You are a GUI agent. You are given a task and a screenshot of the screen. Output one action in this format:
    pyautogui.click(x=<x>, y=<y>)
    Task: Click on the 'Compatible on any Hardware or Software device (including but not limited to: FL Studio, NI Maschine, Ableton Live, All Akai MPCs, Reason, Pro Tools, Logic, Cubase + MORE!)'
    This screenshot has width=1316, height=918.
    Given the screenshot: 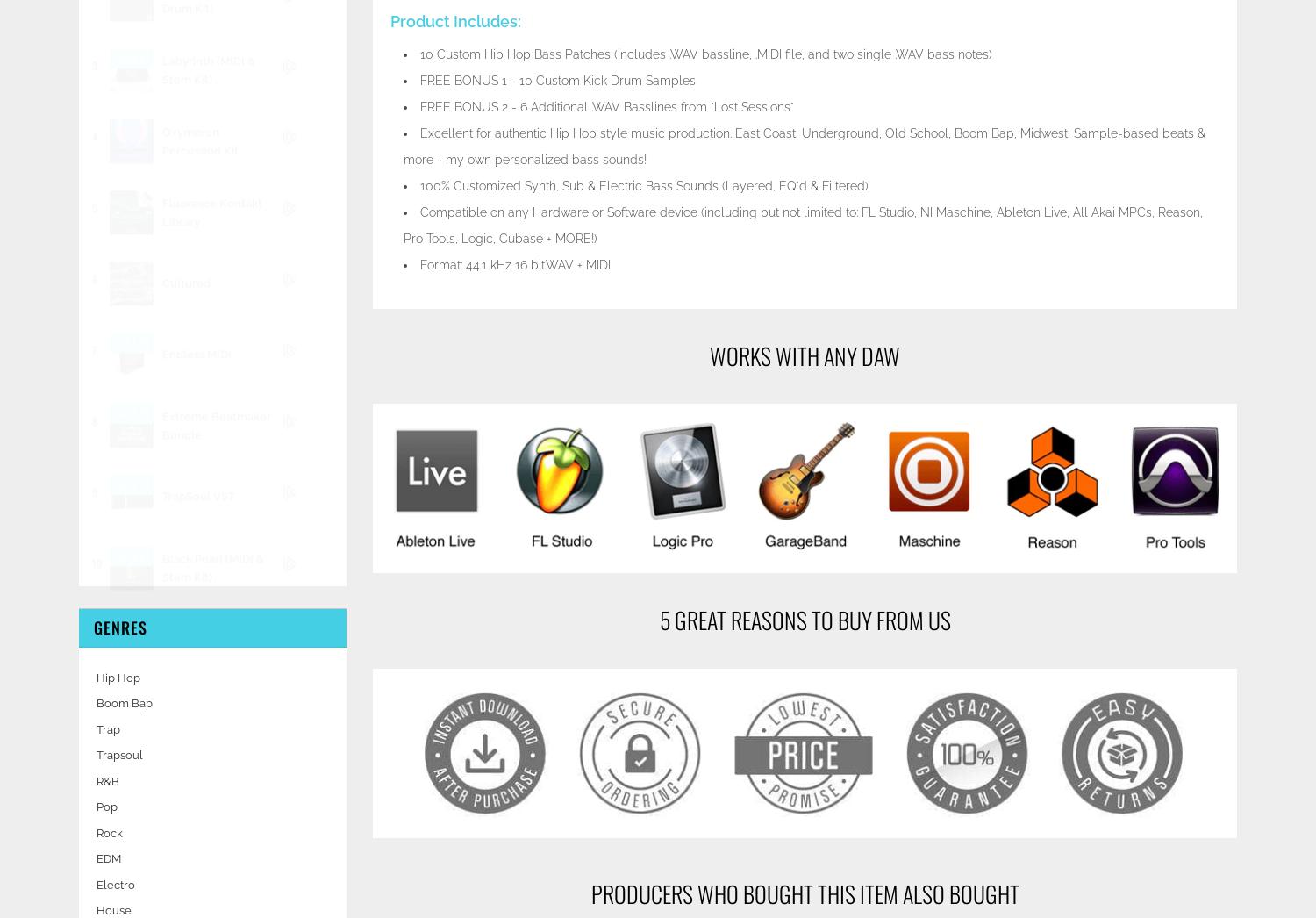 What is the action you would take?
    pyautogui.click(x=803, y=223)
    